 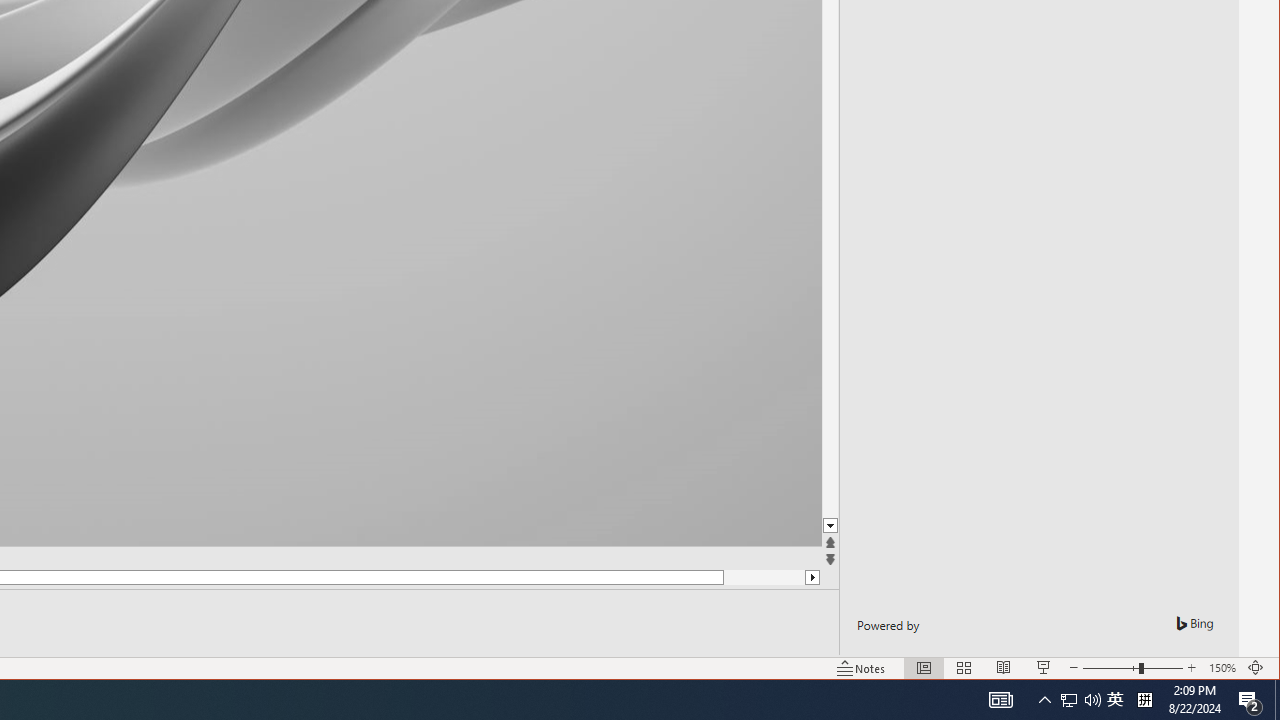 What do you see at coordinates (1000, 698) in the screenshot?
I see `'AutomationID: 4105'` at bounding box center [1000, 698].